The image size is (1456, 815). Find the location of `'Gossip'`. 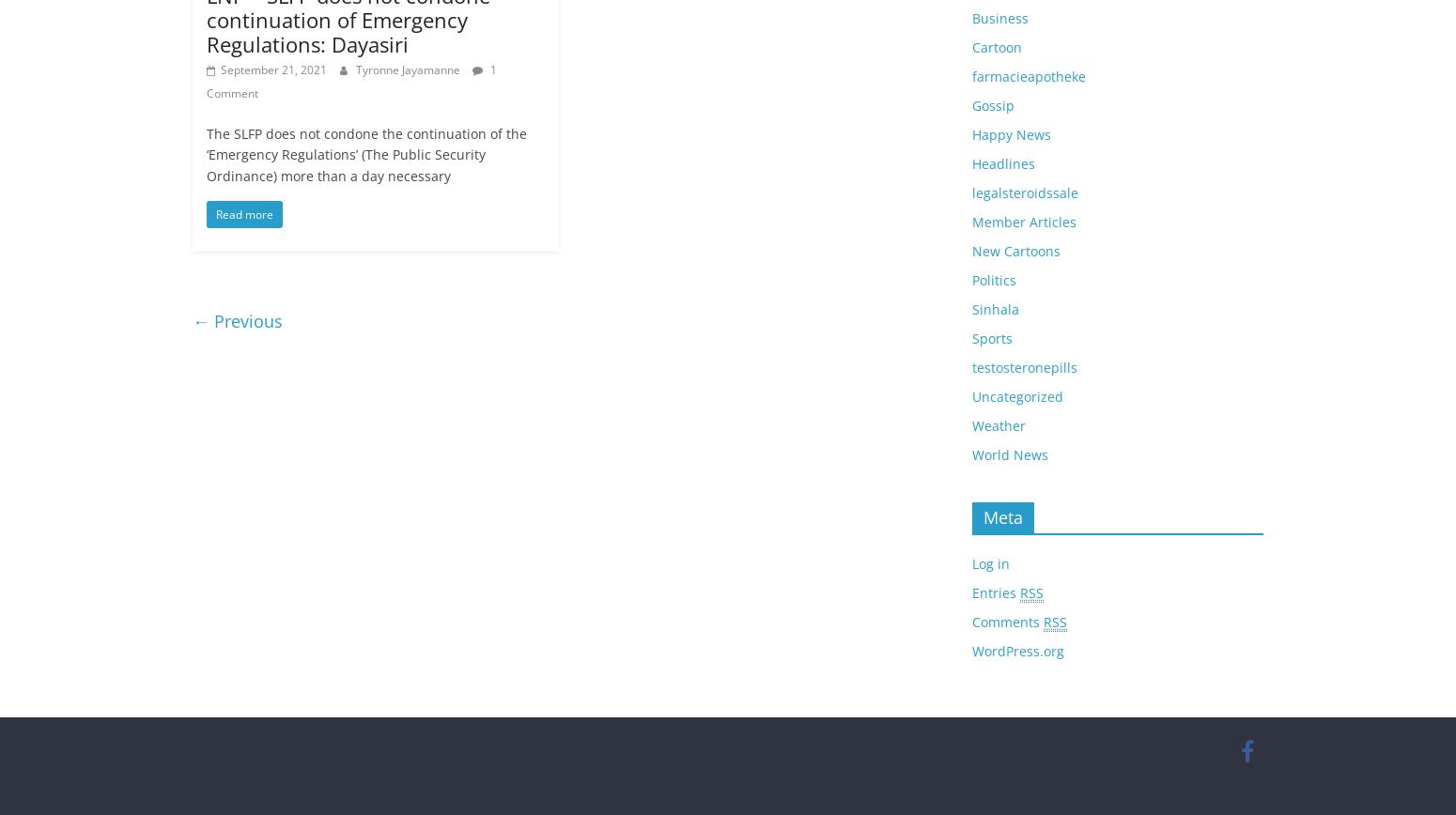

'Gossip' is located at coordinates (971, 104).